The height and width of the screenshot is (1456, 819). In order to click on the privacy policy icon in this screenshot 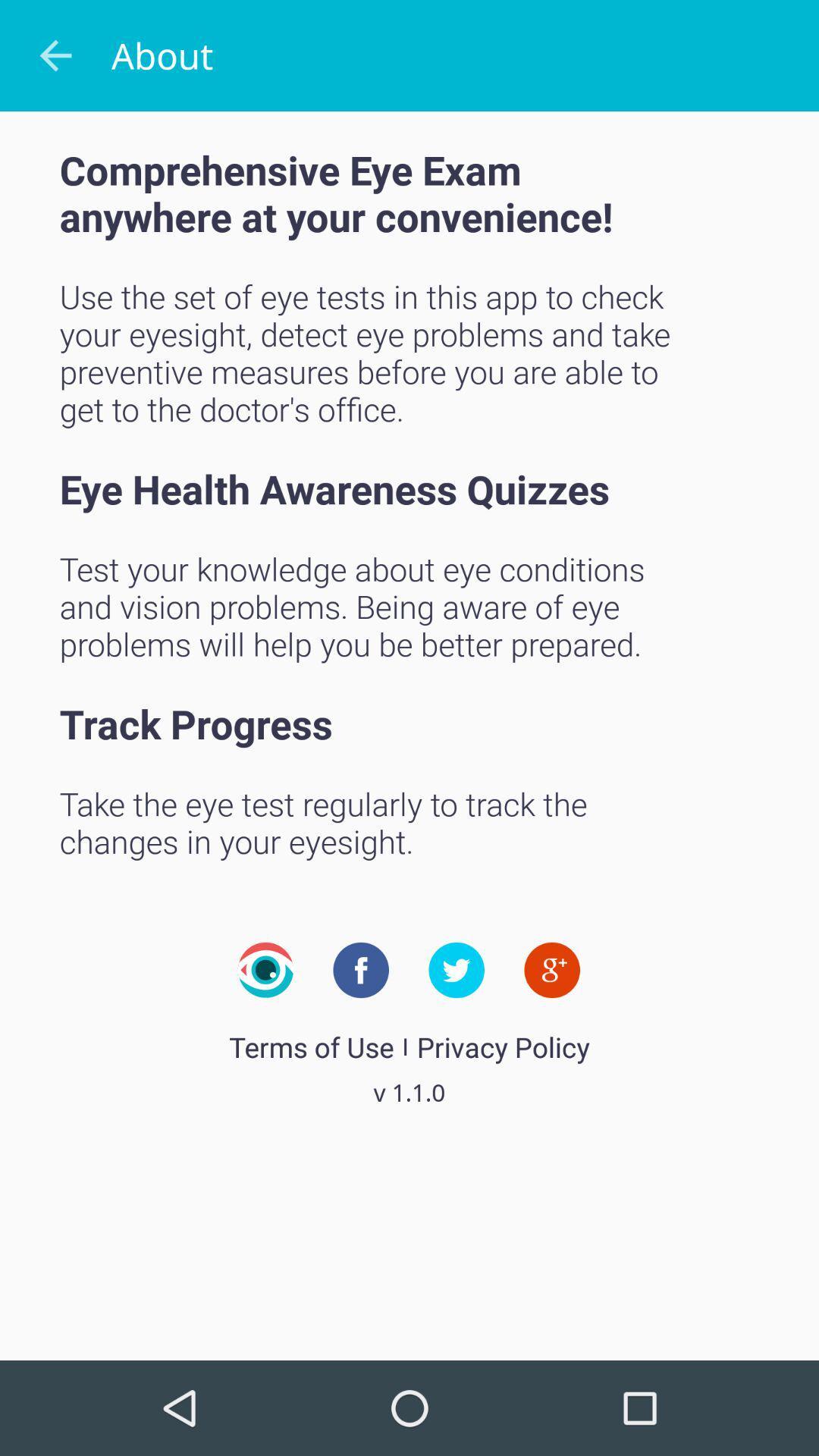, I will do `click(503, 1046)`.